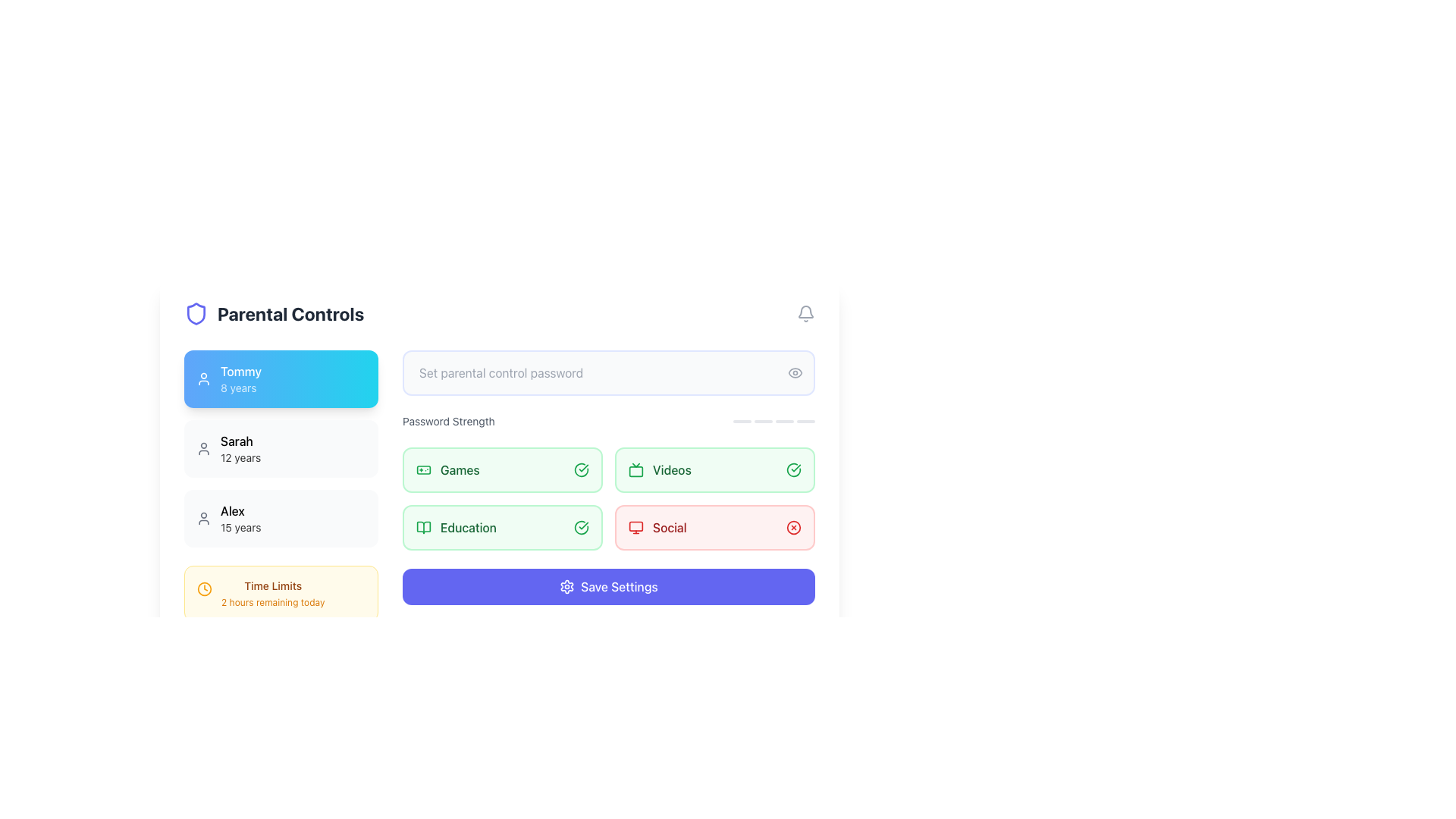  Describe the element at coordinates (581, 469) in the screenshot. I see `the circular icon indicating that the 'Games' option is active, located to the right of the 'Games' label` at that location.